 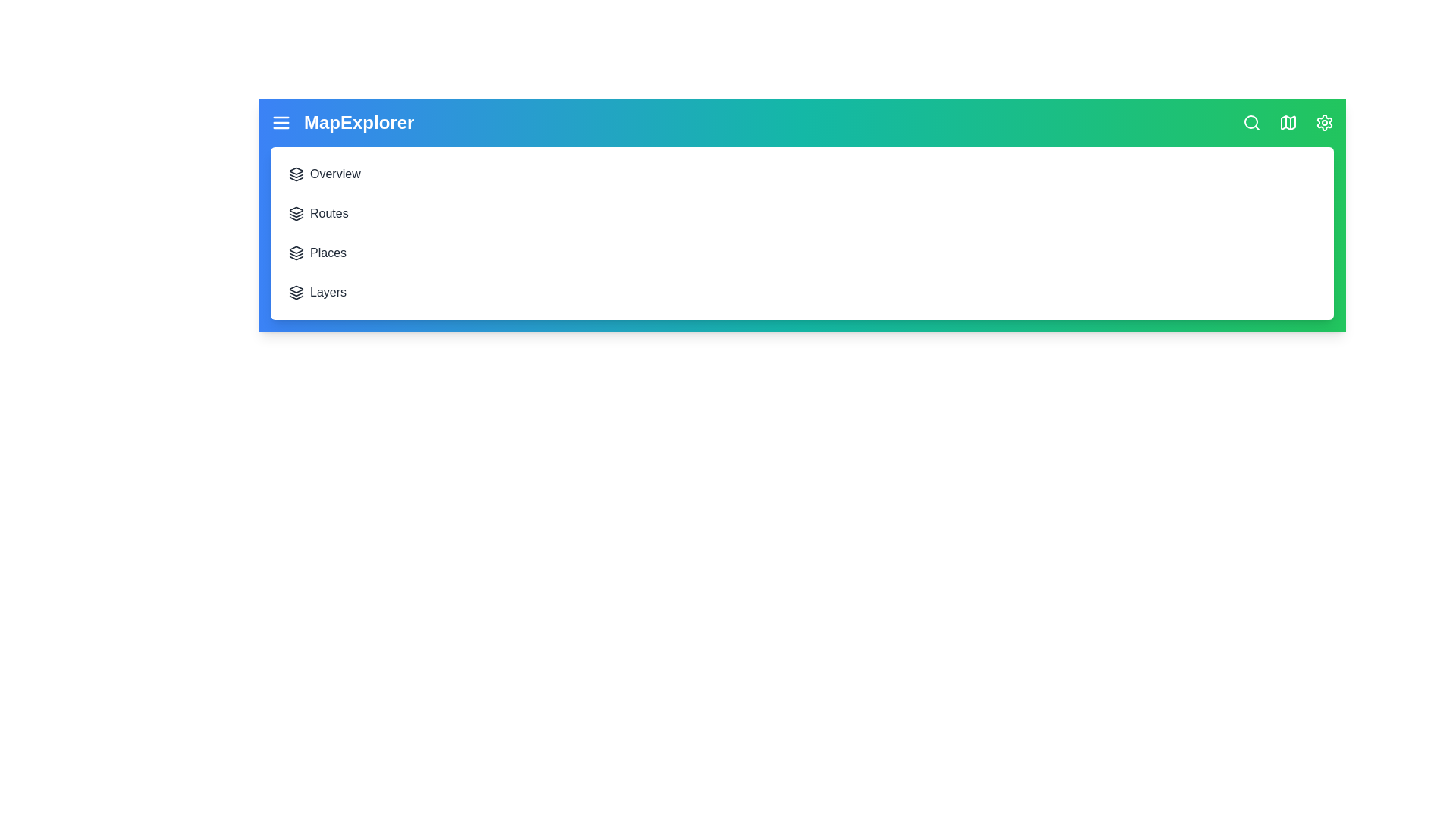 What do you see at coordinates (1324, 122) in the screenshot?
I see `the settings icon to open the Preferences section` at bounding box center [1324, 122].